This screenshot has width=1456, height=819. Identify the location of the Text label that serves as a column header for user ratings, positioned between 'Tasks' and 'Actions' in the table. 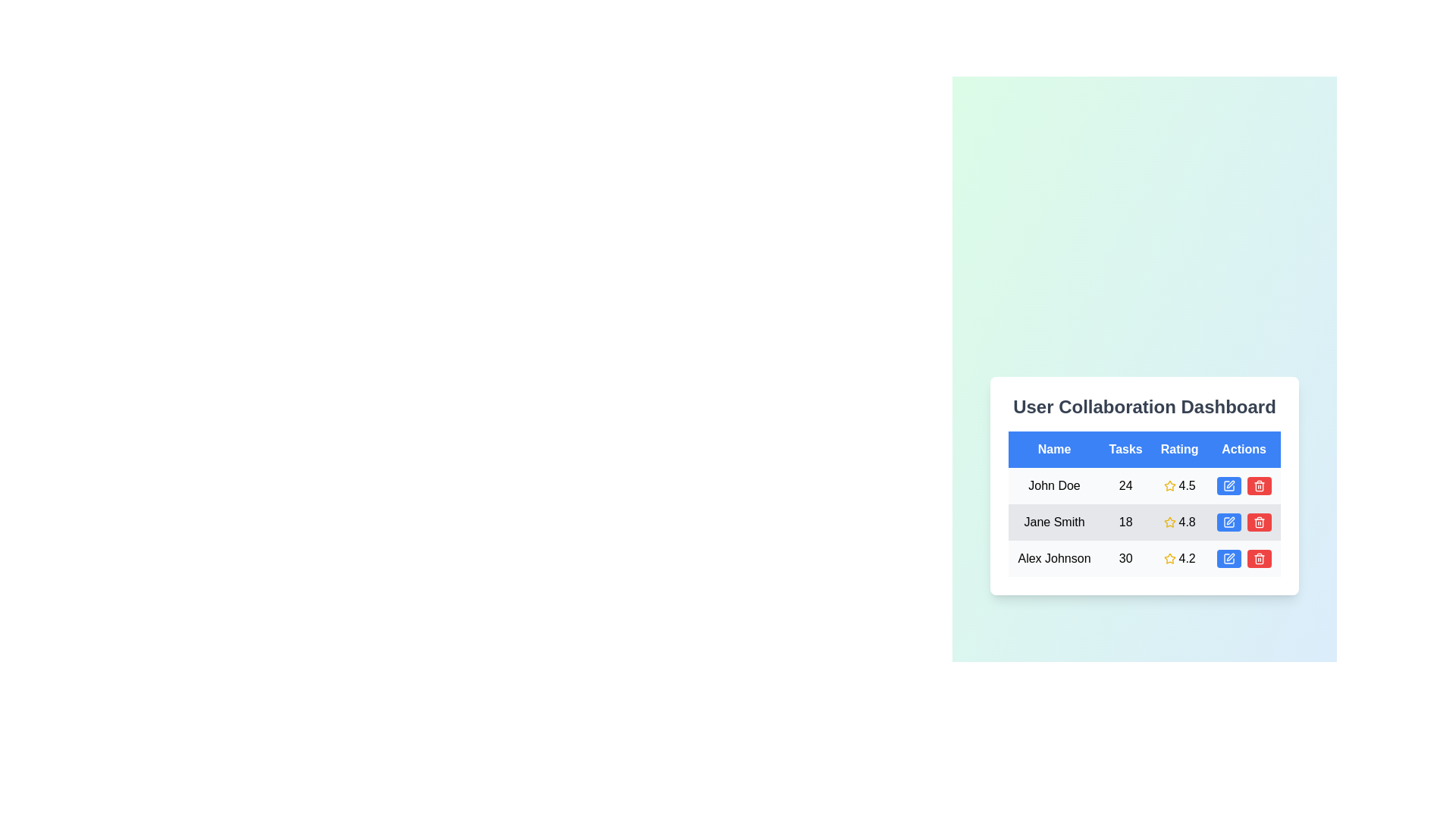
(1178, 449).